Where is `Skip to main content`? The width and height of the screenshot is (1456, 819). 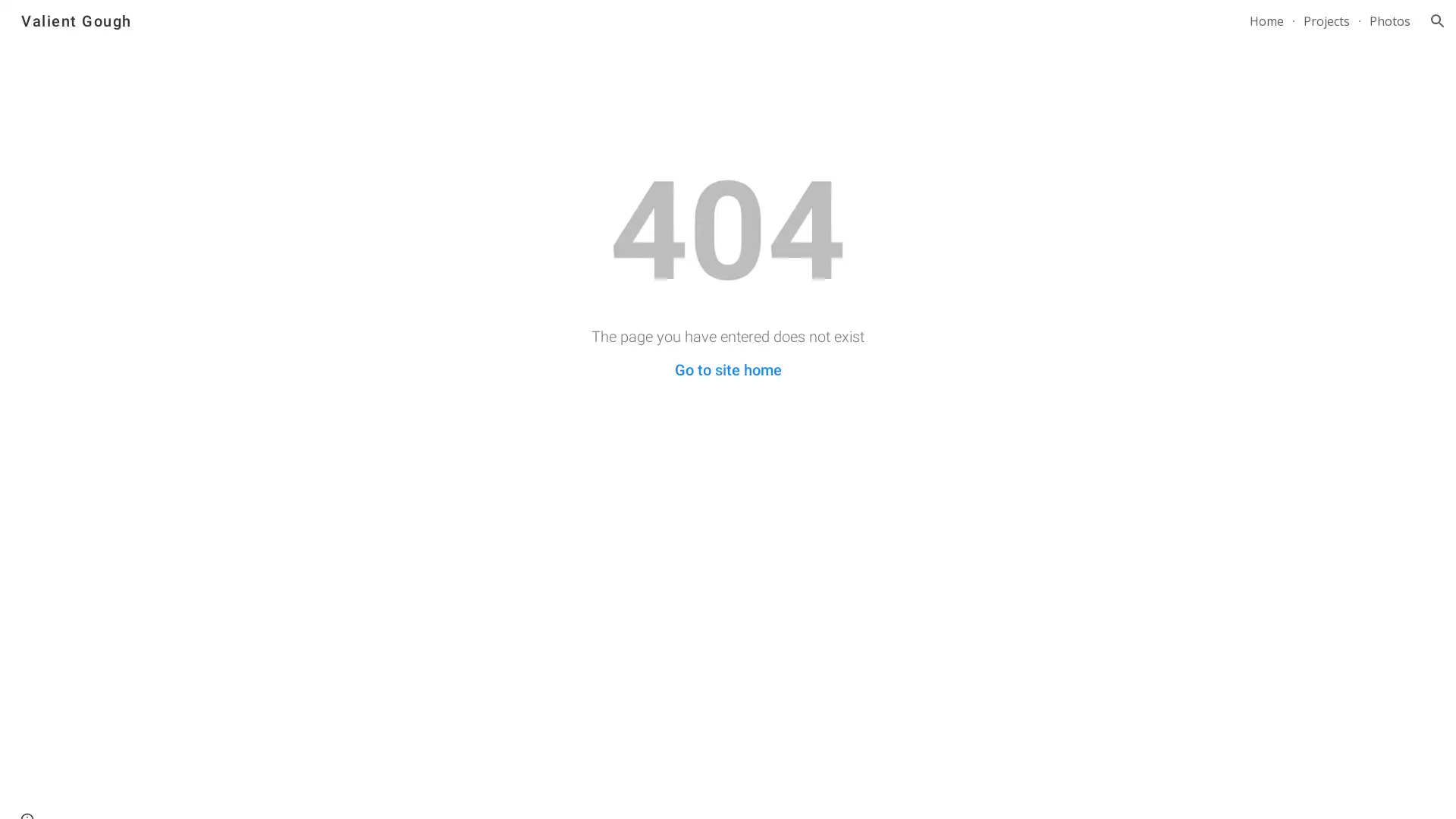
Skip to main content is located at coordinates (597, 28).